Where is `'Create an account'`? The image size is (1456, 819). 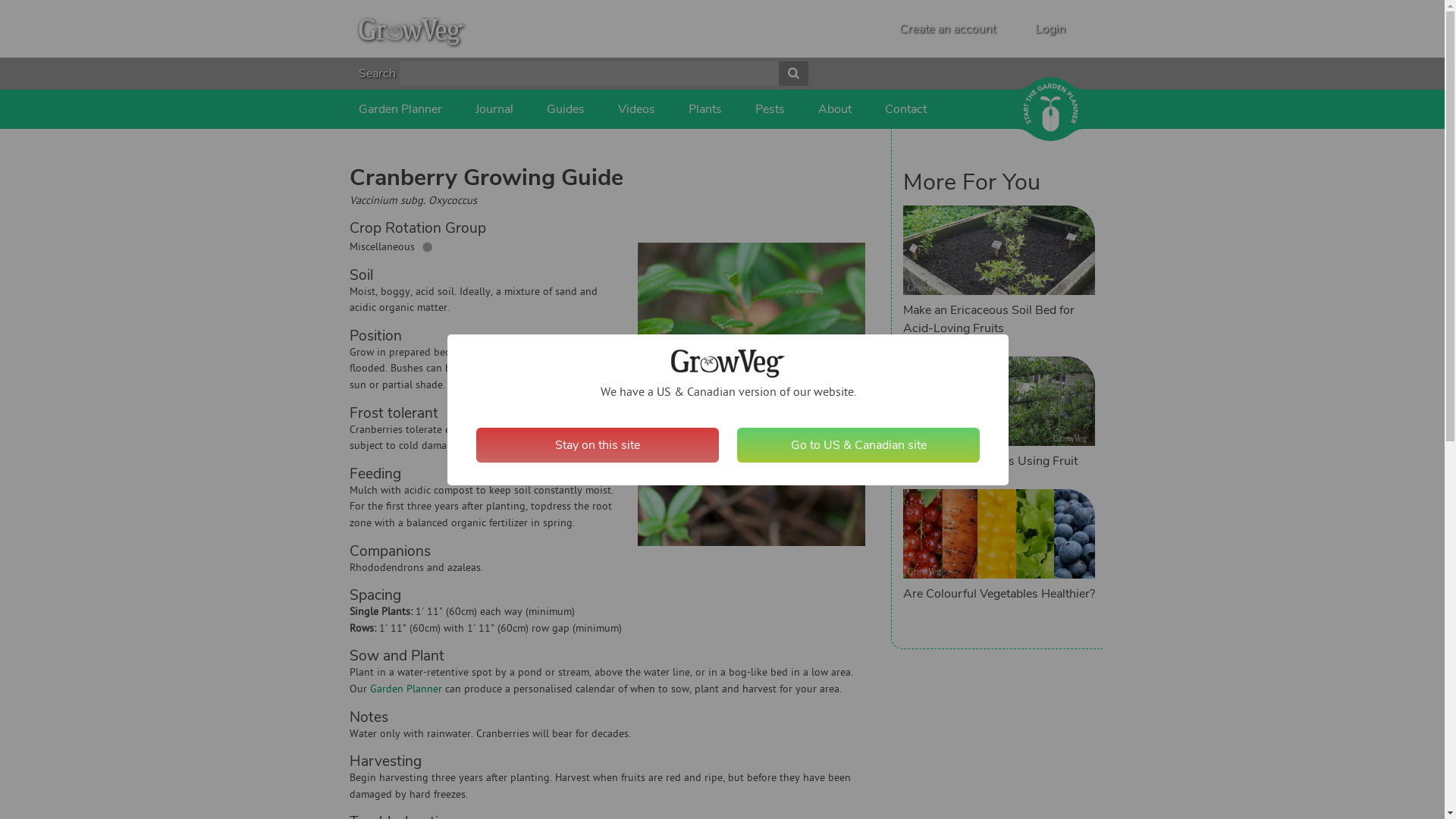
'Create an account' is located at coordinates (946, 29).